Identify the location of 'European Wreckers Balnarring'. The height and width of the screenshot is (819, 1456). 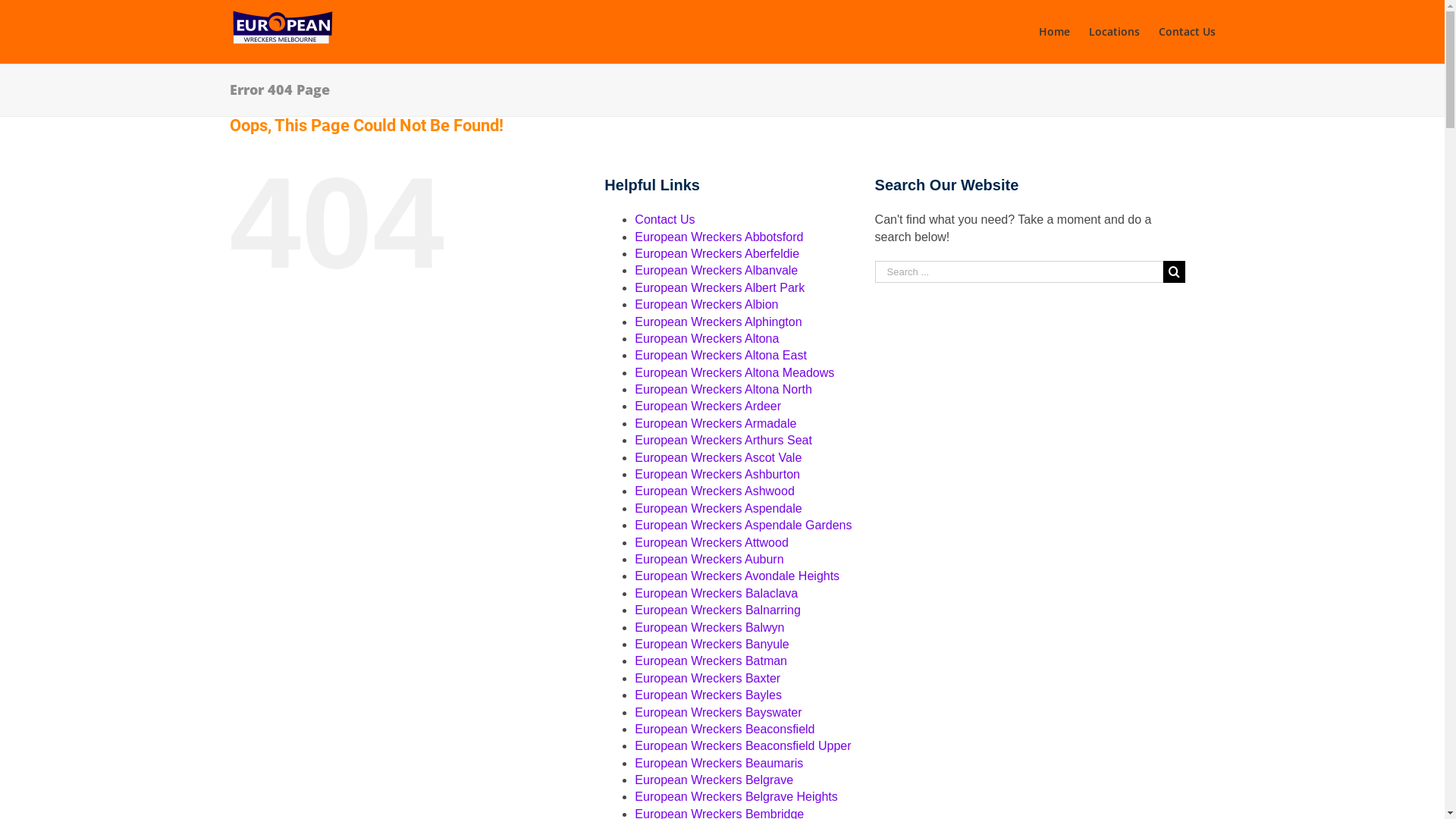
(716, 609).